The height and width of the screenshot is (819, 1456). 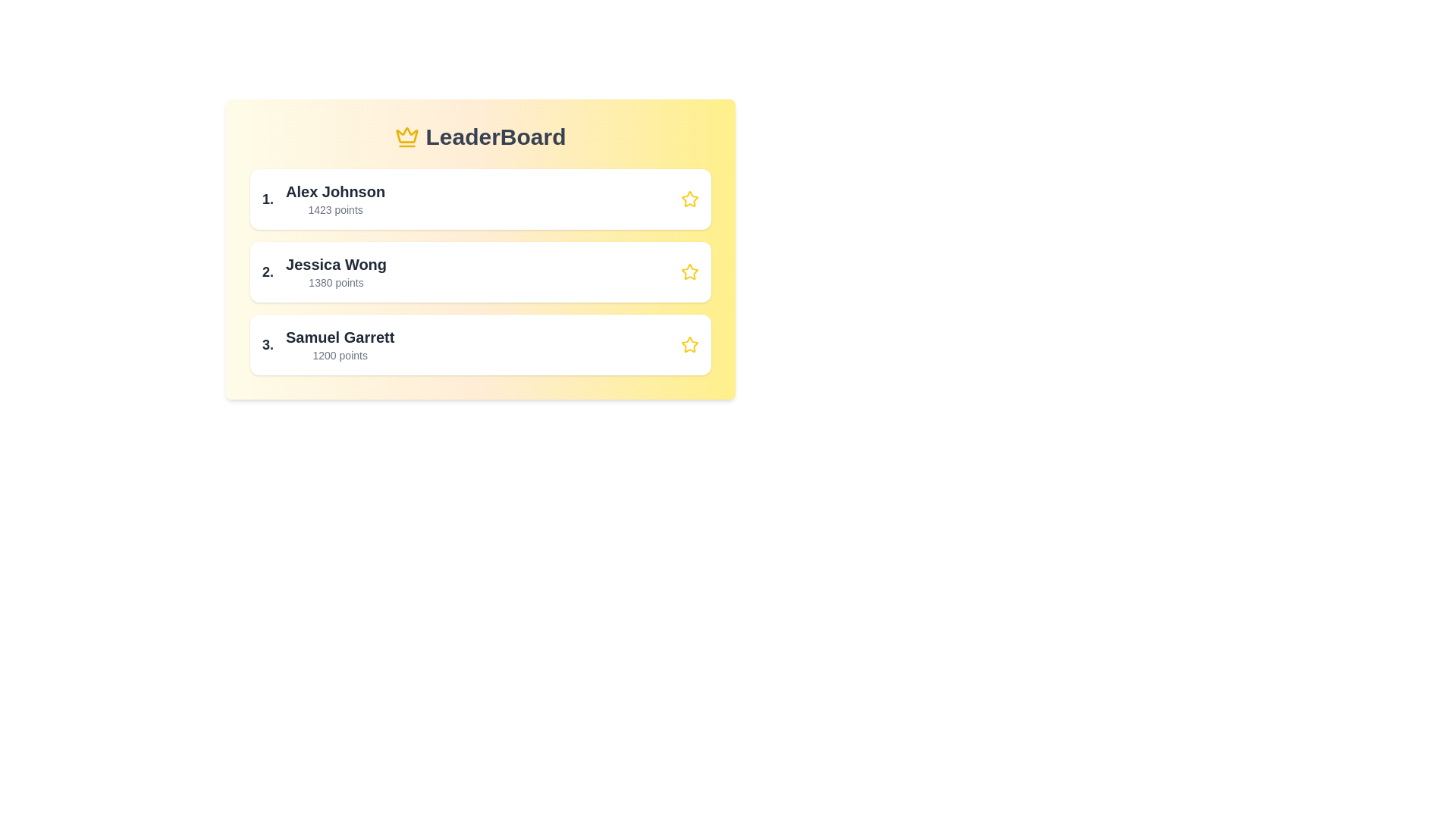 What do you see at coordinates (479, 198) in the screenshot?
I see `the entry of player Alex Johnson` at bounding box center [479, 198].